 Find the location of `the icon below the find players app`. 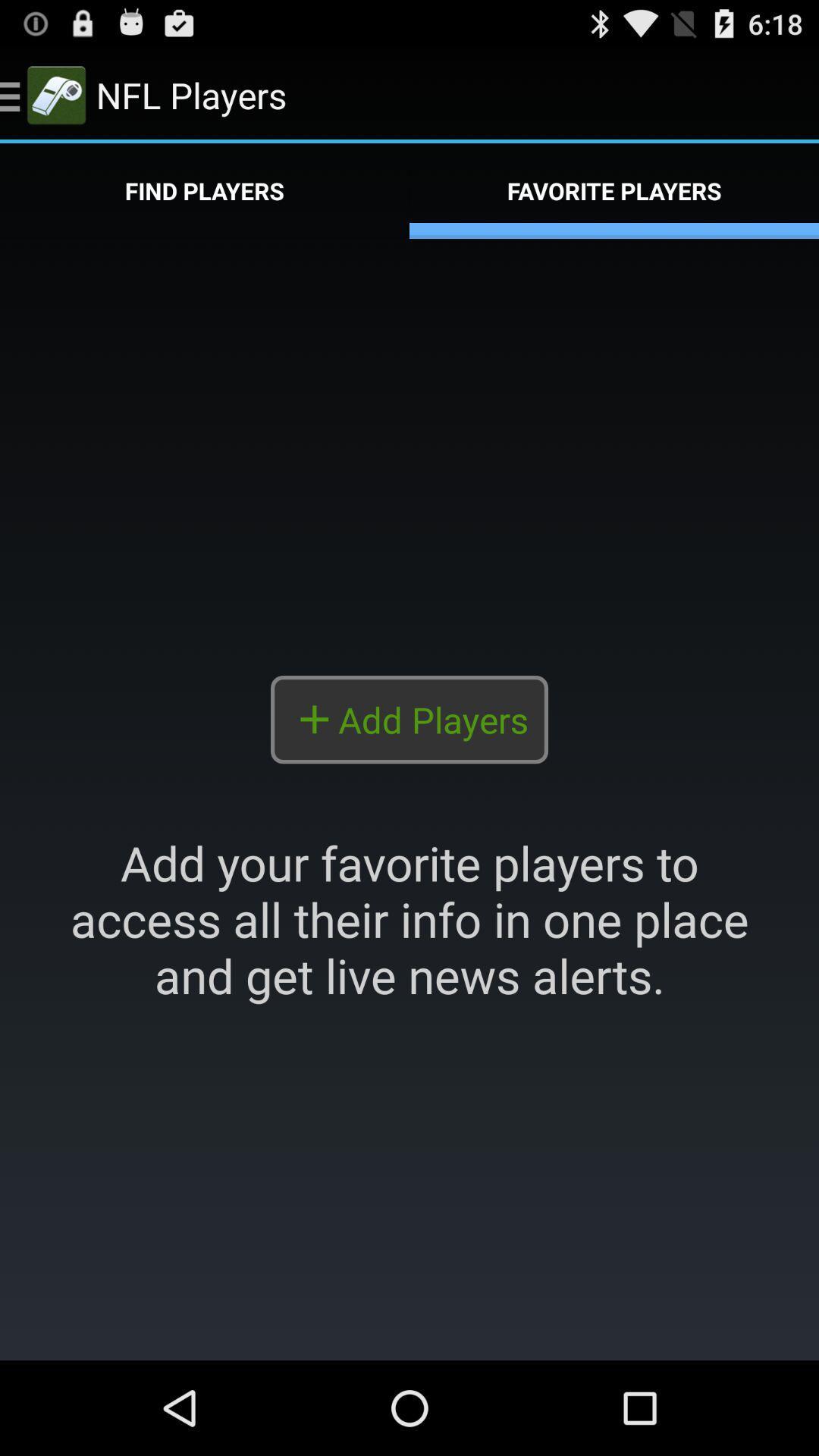

the icon below the find players app is located at coordinates (409, 799).